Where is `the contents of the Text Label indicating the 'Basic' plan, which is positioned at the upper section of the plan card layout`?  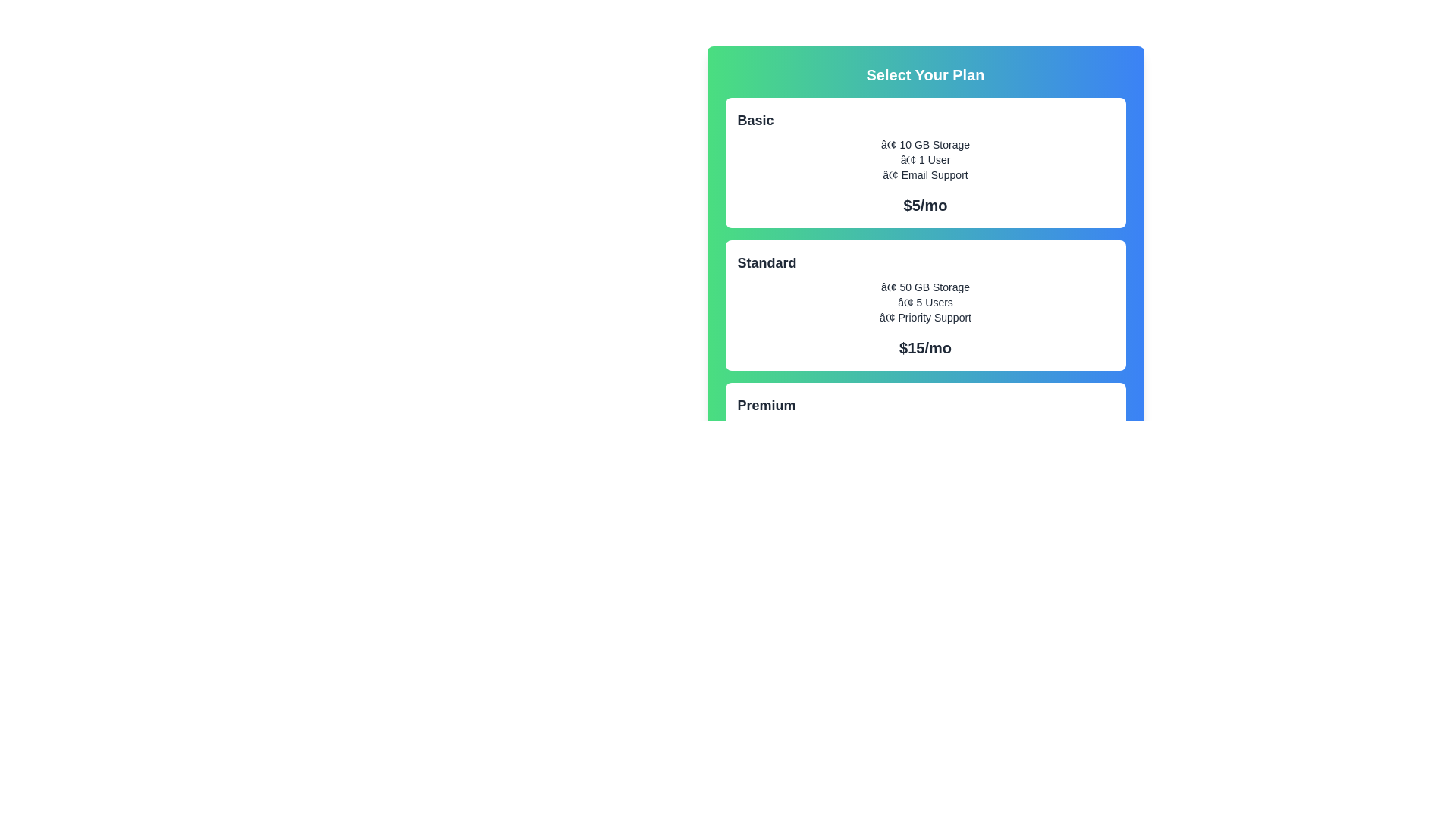
the contents of the Text Label indicating the 'Basic' plan, which is positioned at the upper section of the plan card layout is located at coordinates (924, 119).